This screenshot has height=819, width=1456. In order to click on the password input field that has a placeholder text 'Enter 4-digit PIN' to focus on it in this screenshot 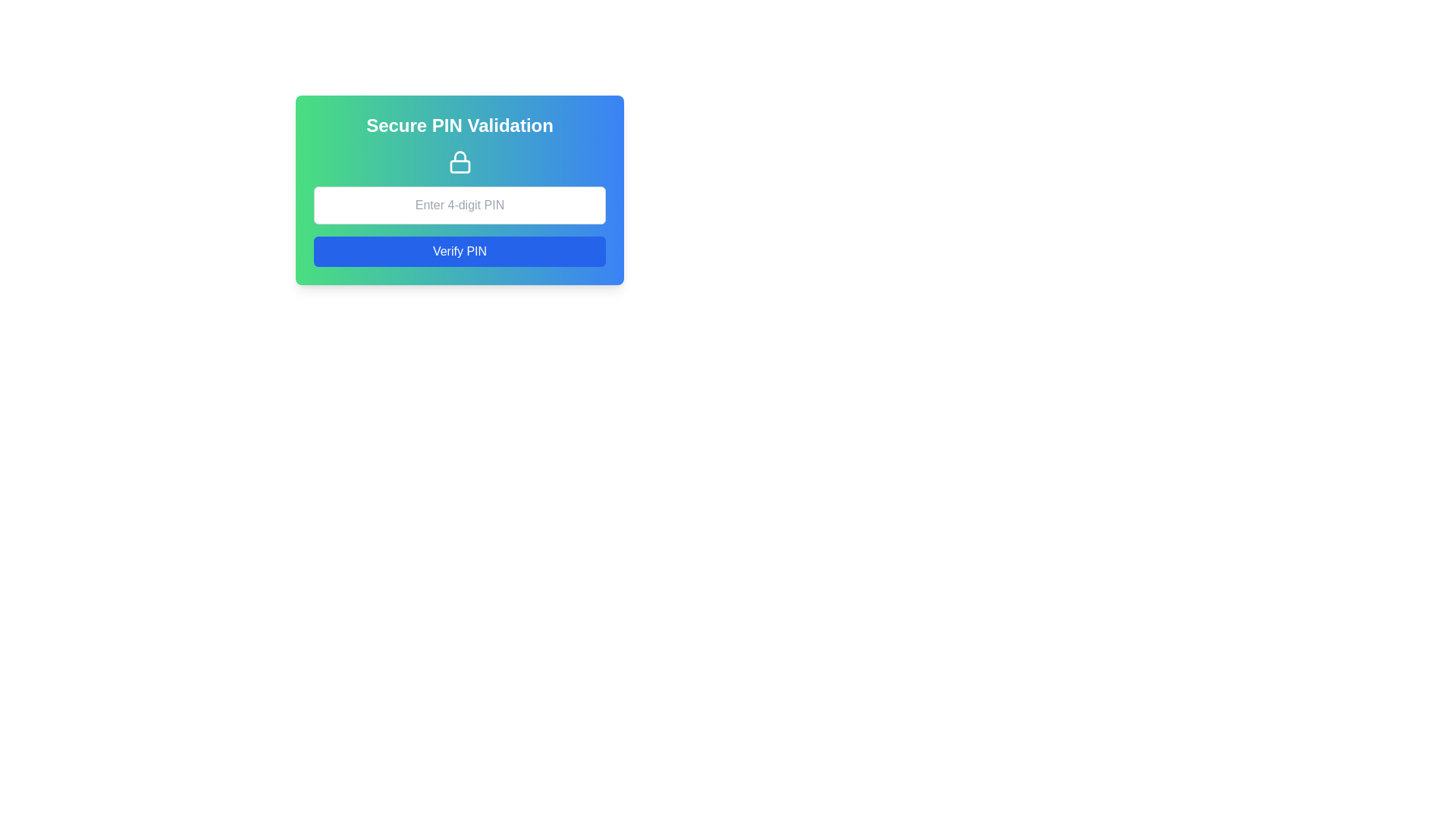, I will do `click(459, 205)`.